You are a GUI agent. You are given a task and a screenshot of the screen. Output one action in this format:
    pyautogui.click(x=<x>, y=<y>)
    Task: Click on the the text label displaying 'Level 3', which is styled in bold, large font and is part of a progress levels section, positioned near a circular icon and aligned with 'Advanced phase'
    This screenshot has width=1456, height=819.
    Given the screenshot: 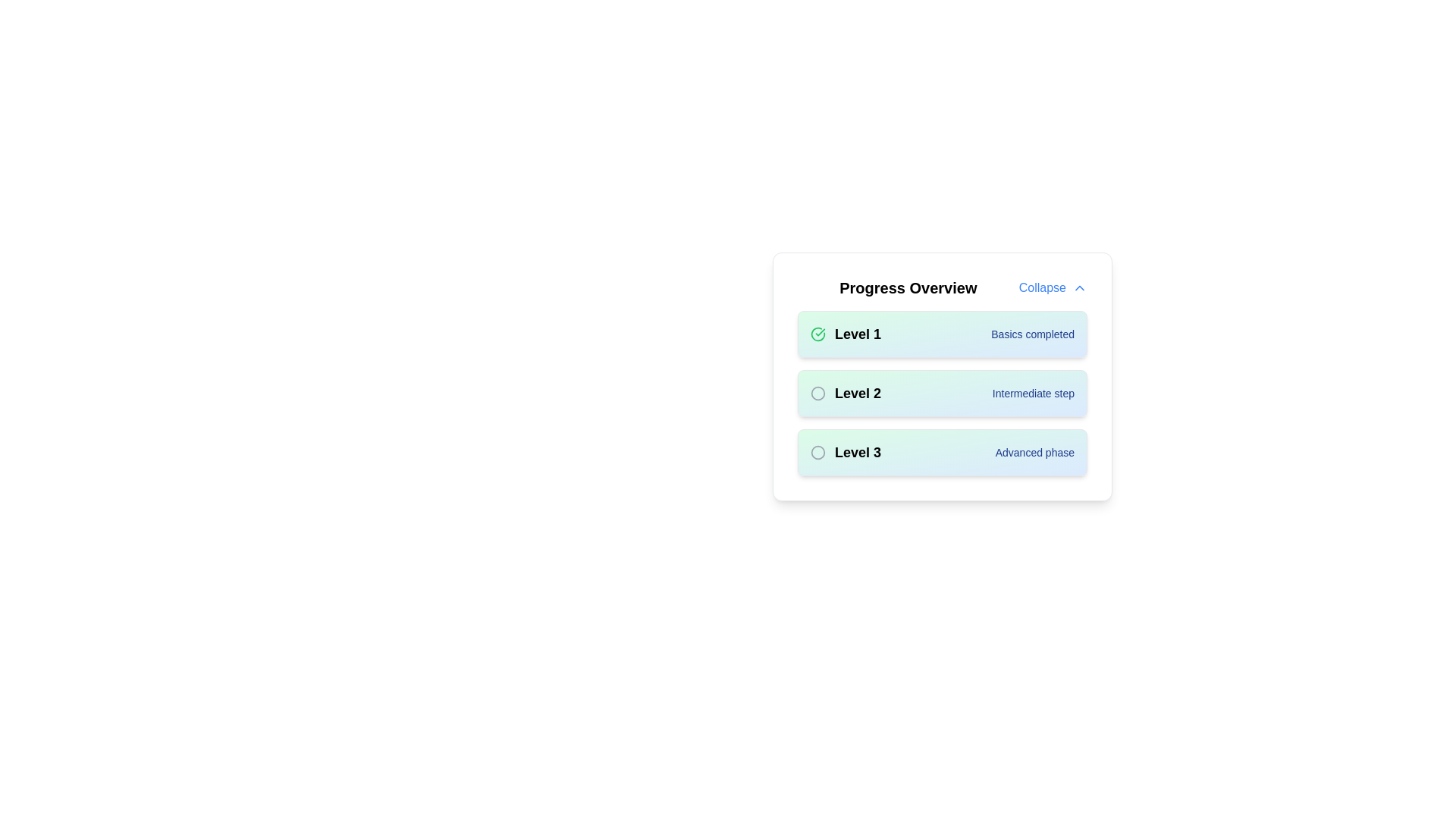 What is the action you would take?
    pyautogui.click(x=858, y=452)
    